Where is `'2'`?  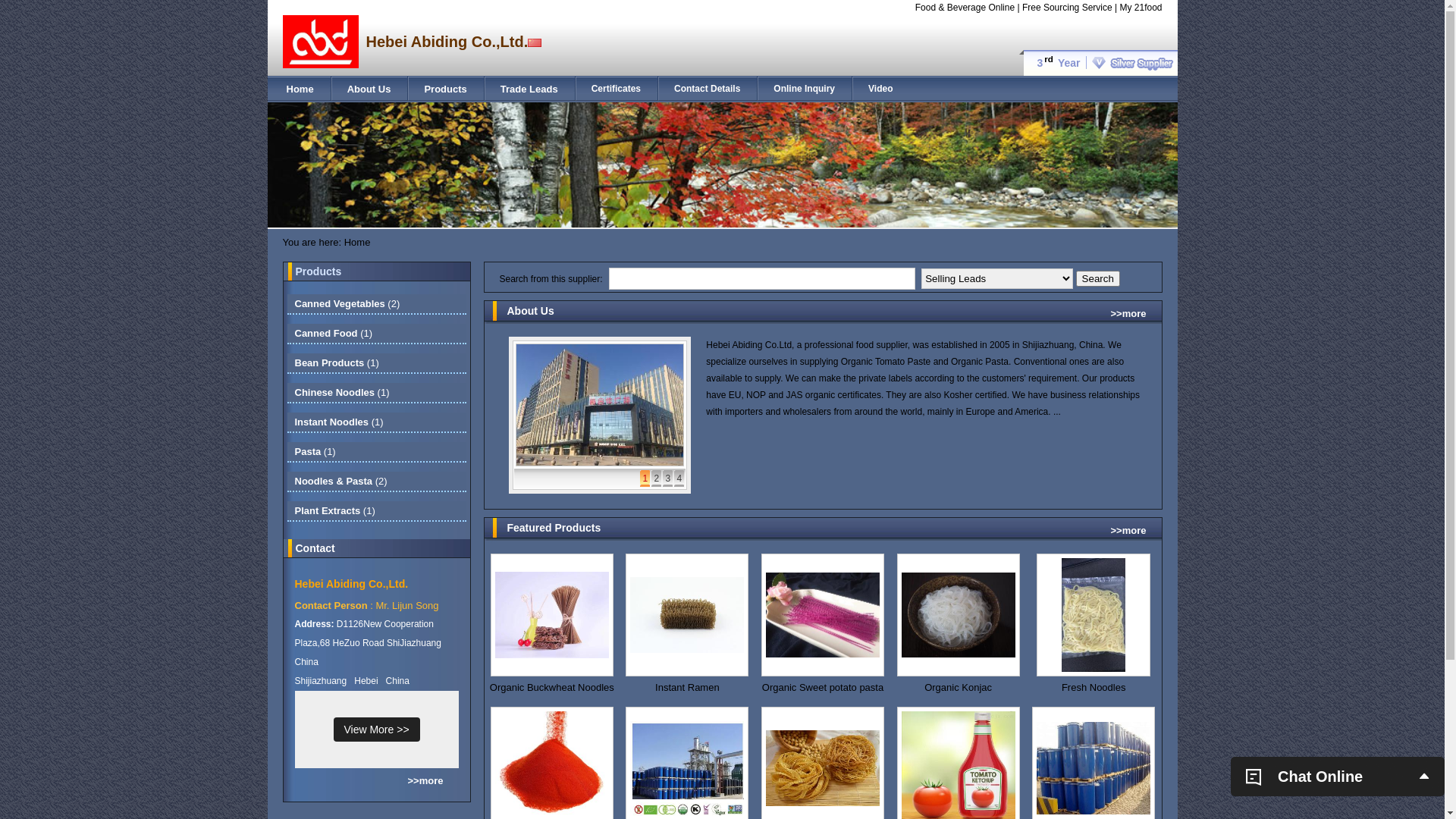 '2' is located at coordinates (656, 479).